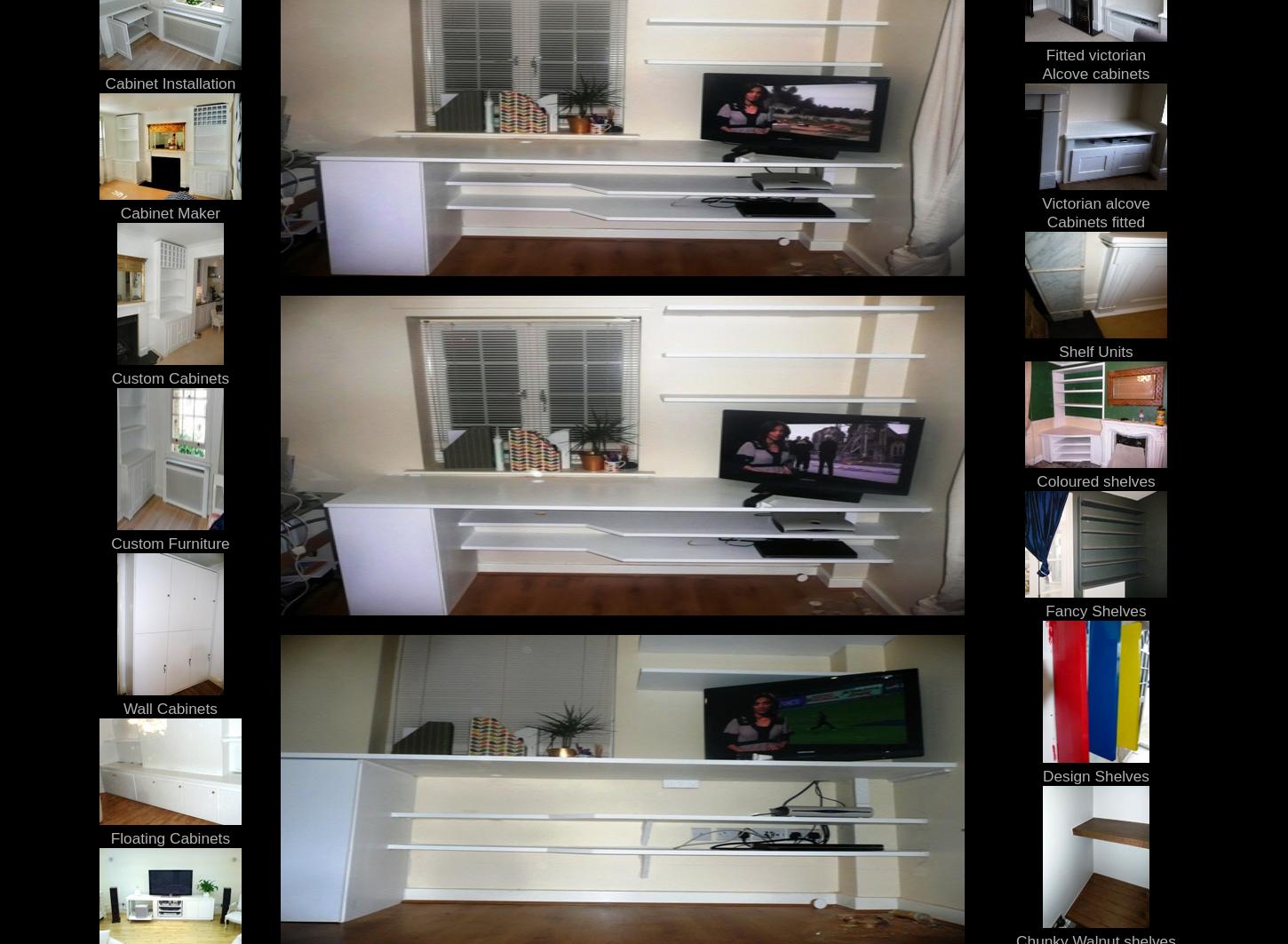 This screenshot has height=944, width=1288. I want to click on 'Fitted victorian', so click(1095, 54).